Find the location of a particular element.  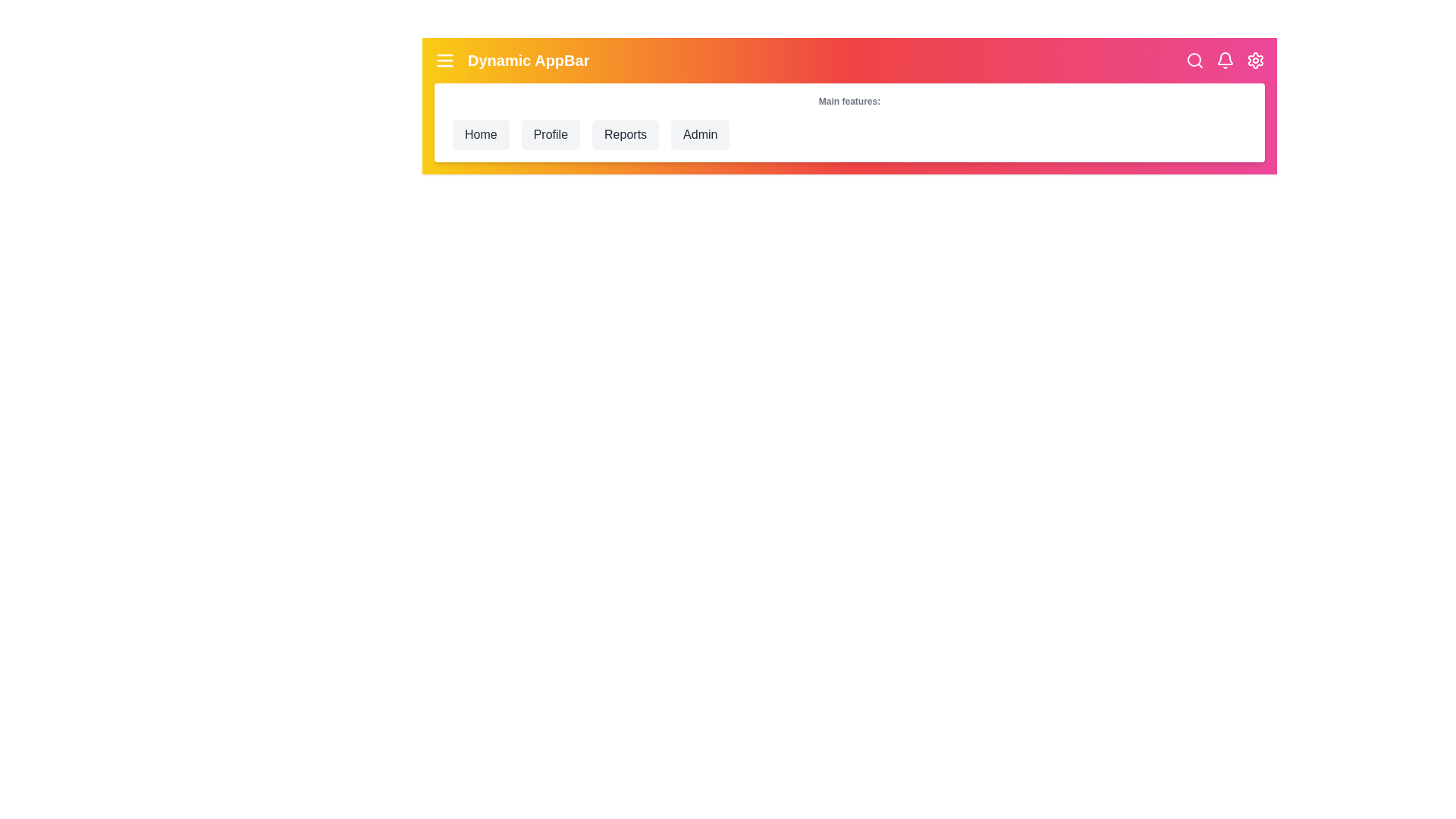

the Home navigation menu item to navigate to its respective section is located at coordinates (479, 133).